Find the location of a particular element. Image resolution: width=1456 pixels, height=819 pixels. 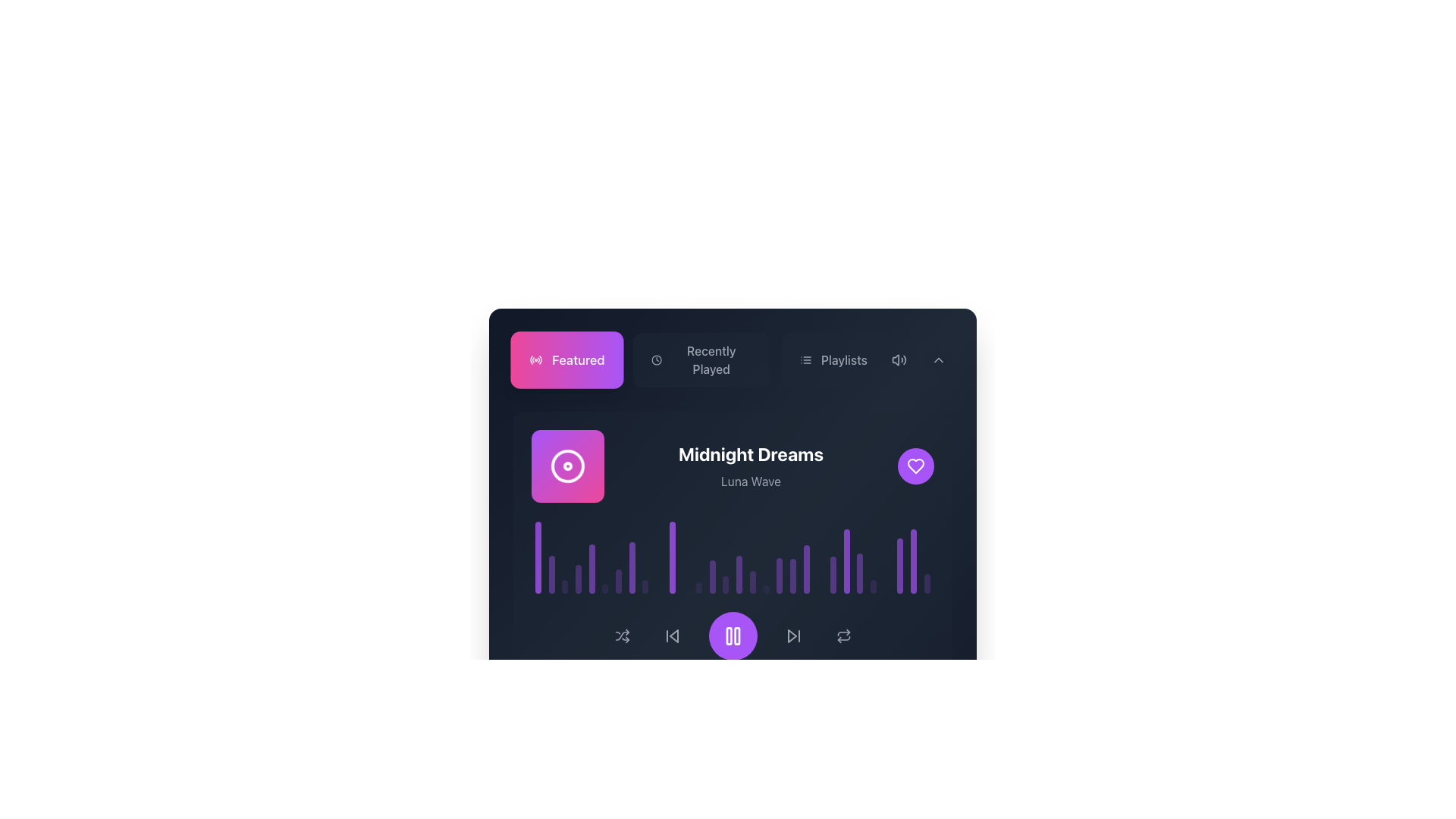

the 18th vertical graphical bar in the music equalizer display, which serves as a decorative visual component is located at coordinates (766, 588).